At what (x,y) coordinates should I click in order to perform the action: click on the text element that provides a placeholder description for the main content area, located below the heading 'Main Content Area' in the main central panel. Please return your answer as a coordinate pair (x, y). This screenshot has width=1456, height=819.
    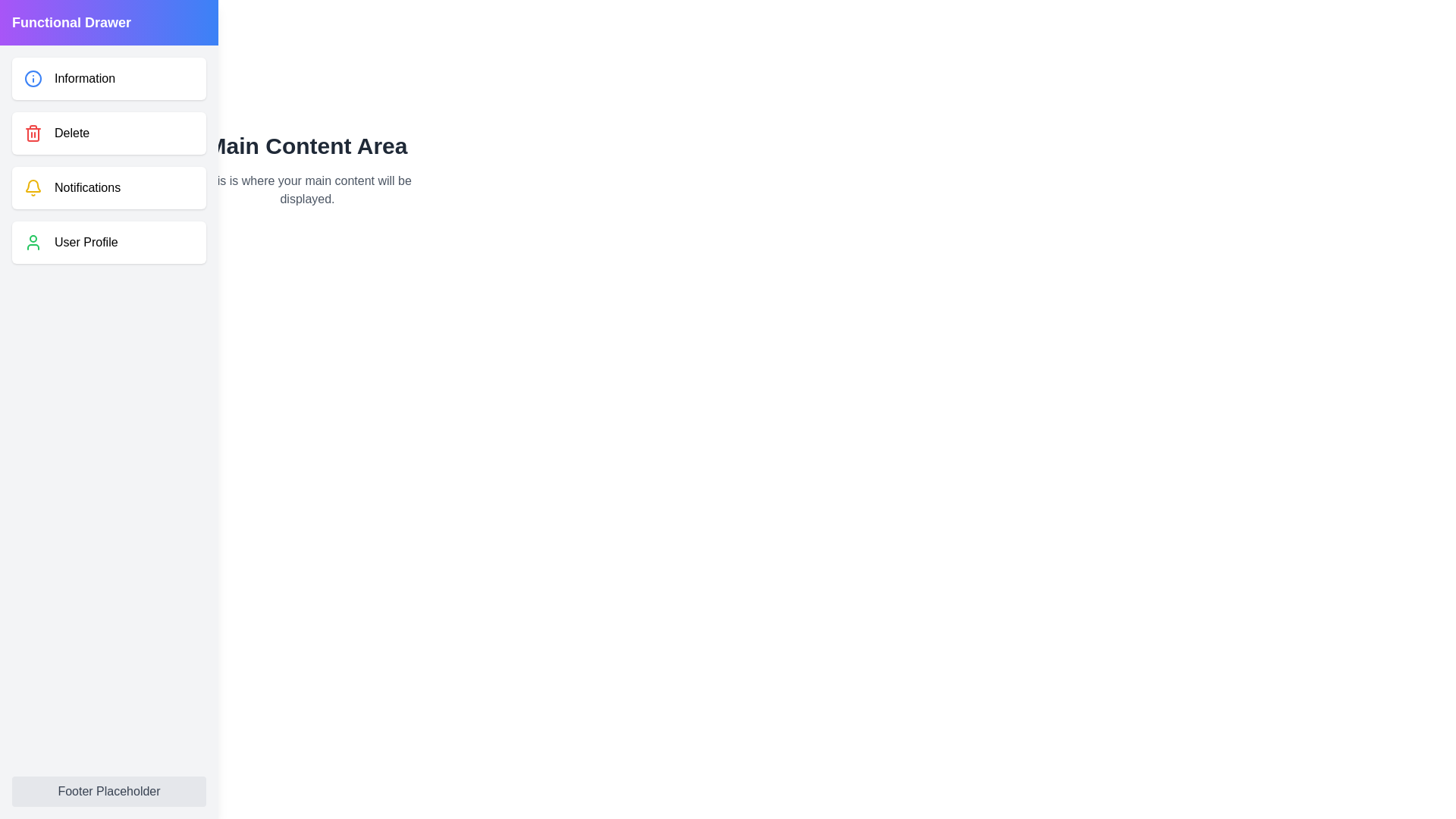
    Looking at the image, I should click on (306, 189).